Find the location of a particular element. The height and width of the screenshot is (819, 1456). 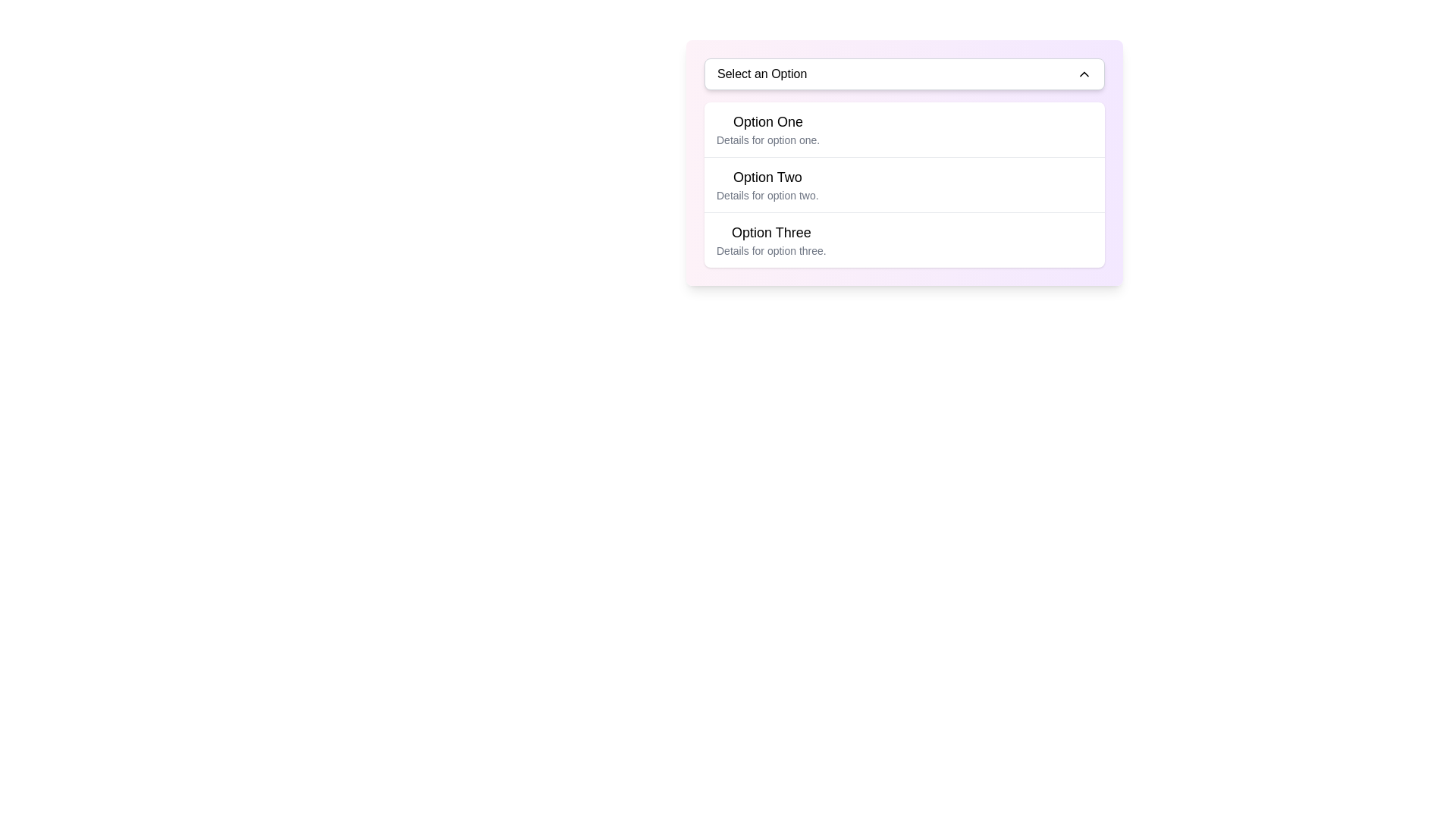

the chevron icon located on the far right-hand side of the 'Select an Option' button is located at coordinates (1084, 74).